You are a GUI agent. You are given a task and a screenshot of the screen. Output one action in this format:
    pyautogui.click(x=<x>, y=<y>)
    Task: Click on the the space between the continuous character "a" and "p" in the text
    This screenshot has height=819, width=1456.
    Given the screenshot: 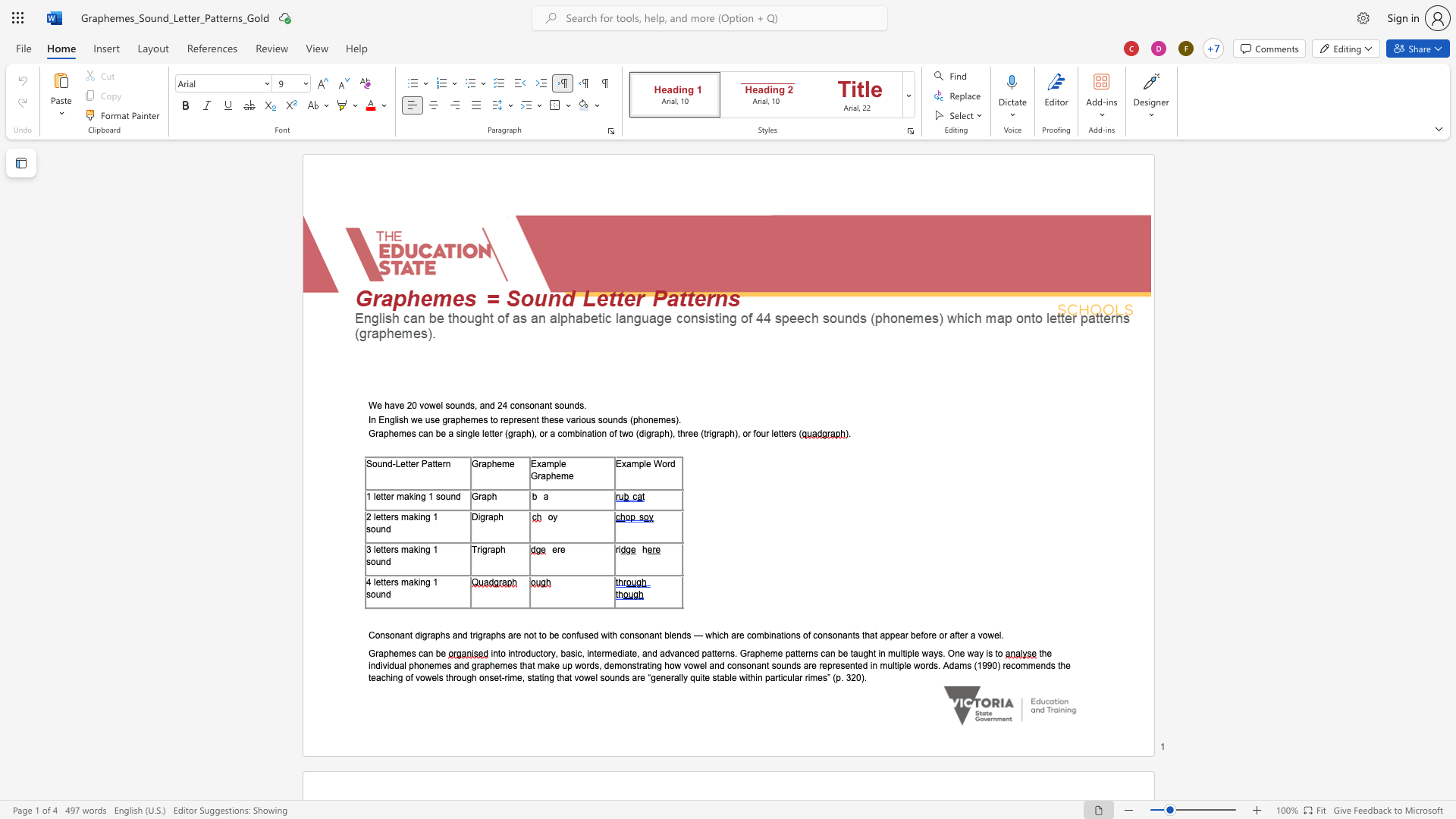 What is the action you would take?
    pyautogui.click(x=546, y=475)
    